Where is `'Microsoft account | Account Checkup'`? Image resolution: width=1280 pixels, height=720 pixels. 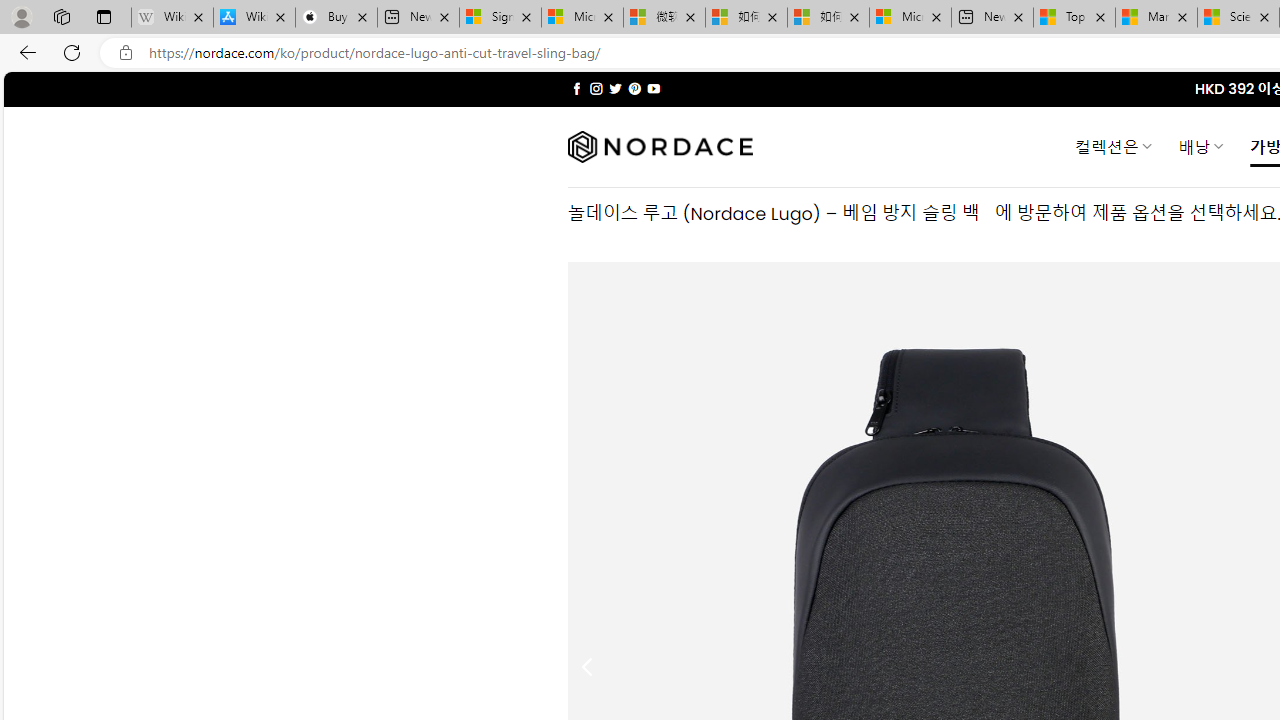 'Microsoft account | Account Checkup' is located at coordinates (909, 17).